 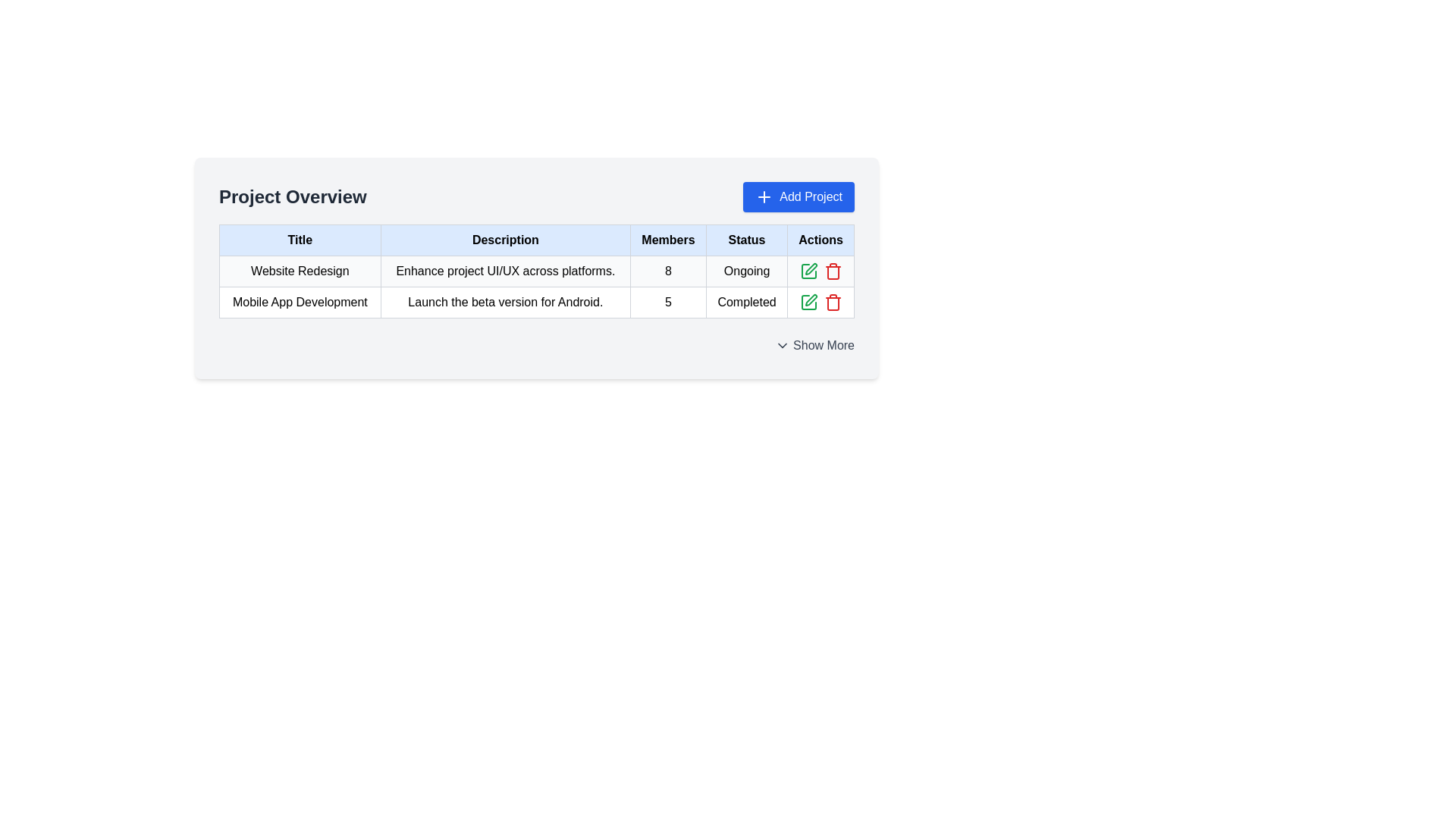 I want to click on the green pen icon button located in the 'Actions' column of the data table, corresponding to the 'Website Redesign' project, so click(x=810, y=268).